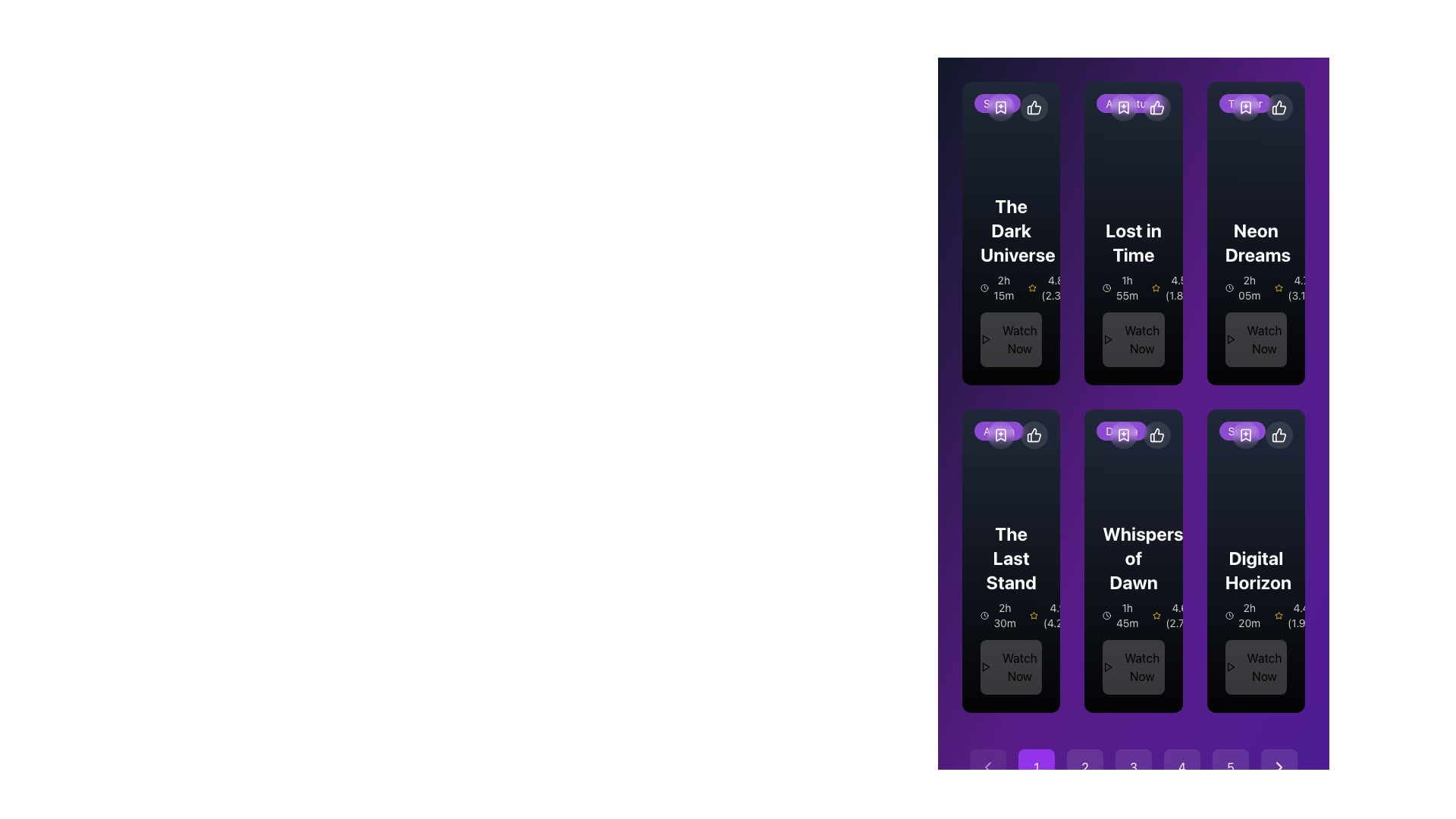 Image resolution: width=1456 pixels, height=819 pixels. I want to click on rating and review count displayed in the bottom-right part of the 'Digital Horizon' item card, adjacent to the duration text, so click(1294, 616).